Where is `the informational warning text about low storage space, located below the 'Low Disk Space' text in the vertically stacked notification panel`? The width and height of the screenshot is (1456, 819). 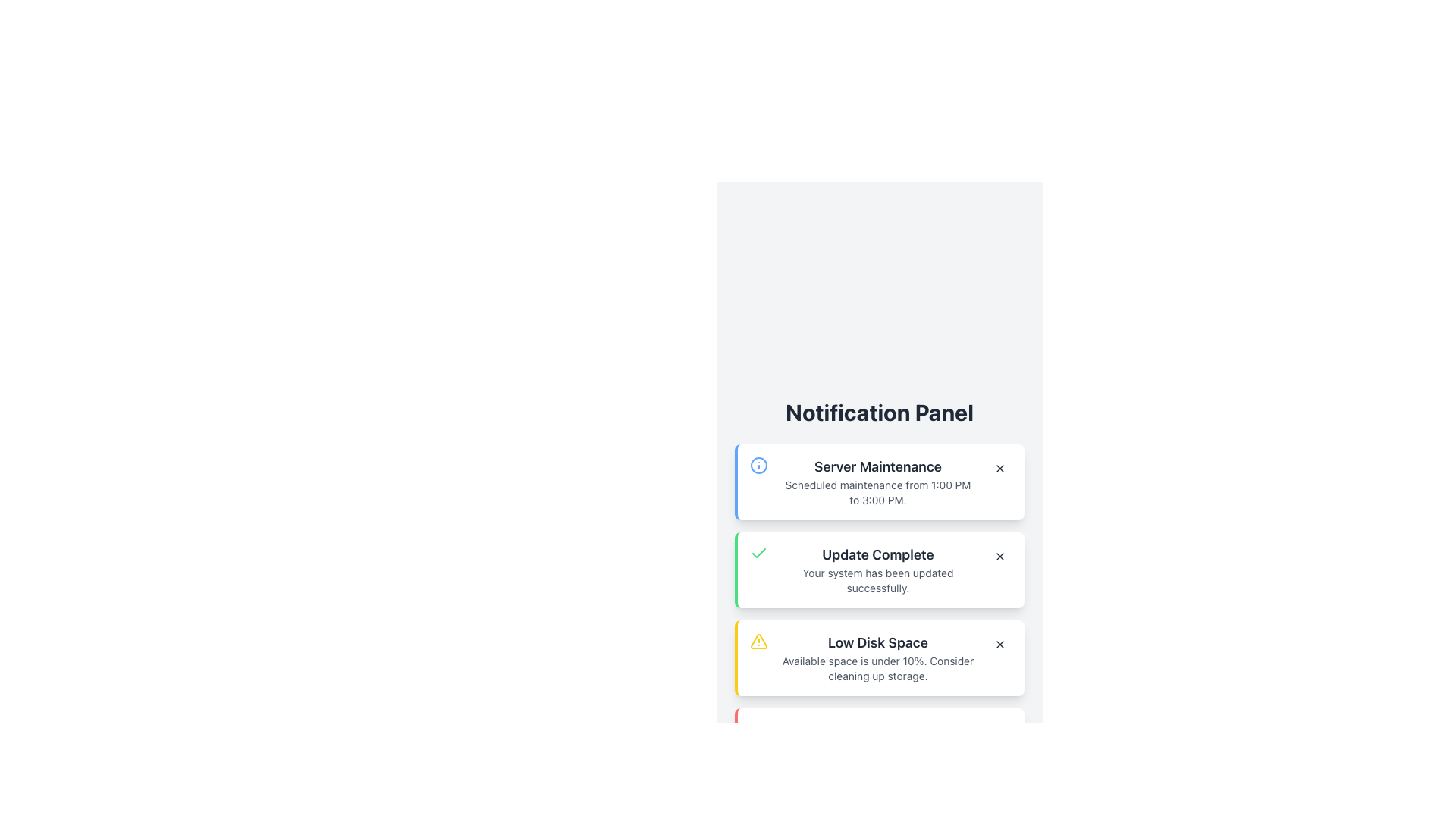 the informational warning text about low storage space, located below the 'Low Disk Space' text in the vertically stacked notification panel is located at coordinates (877, 668).